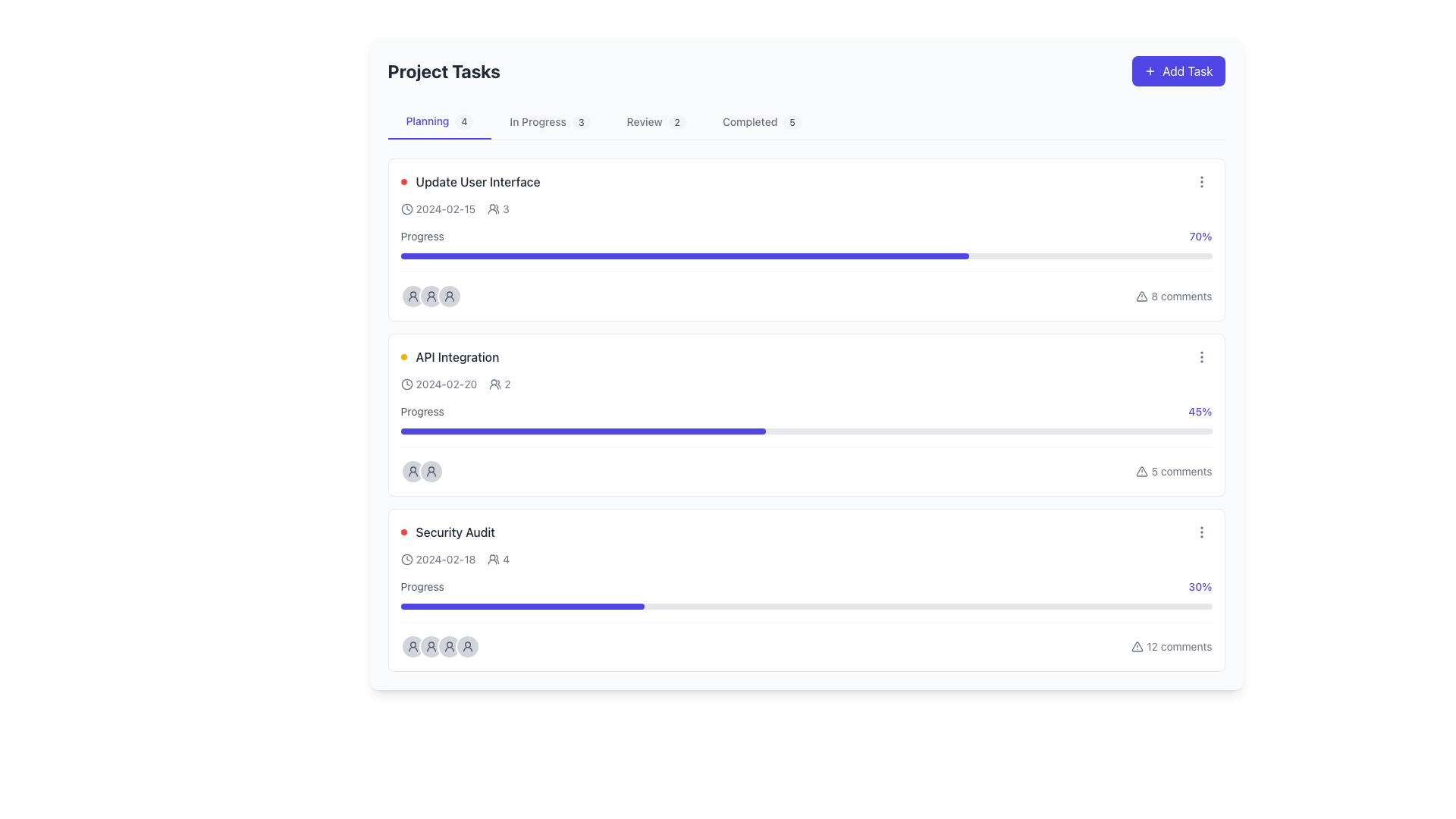 The height and width of the screenshot is (819, 1456). Describe the element at coordinates (413, 470) in the screenshot. I see `the circular avatar user profile placeholder with a light-gray background and white outline, which contains a dark-gray person icon, located in the bottom portion of the 'API Integration' task card` at that location.